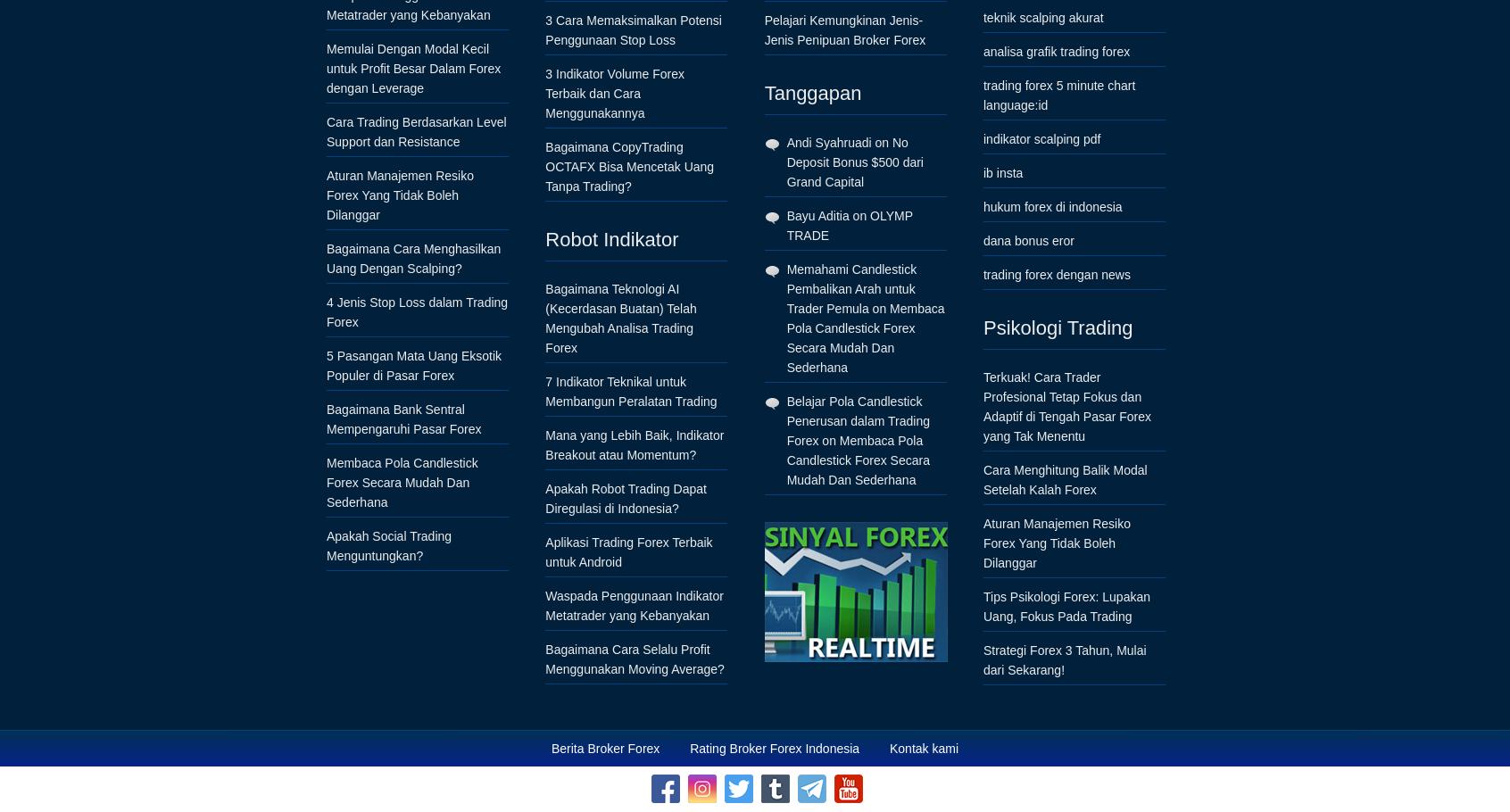 The width and height of the screenshot is (1510, 812). Describe the element at coordinates (633, 444) in the screenshot. I see `'Mana yang Lebih Baik, Indikator Breakout atau Momentum?'` at that location.